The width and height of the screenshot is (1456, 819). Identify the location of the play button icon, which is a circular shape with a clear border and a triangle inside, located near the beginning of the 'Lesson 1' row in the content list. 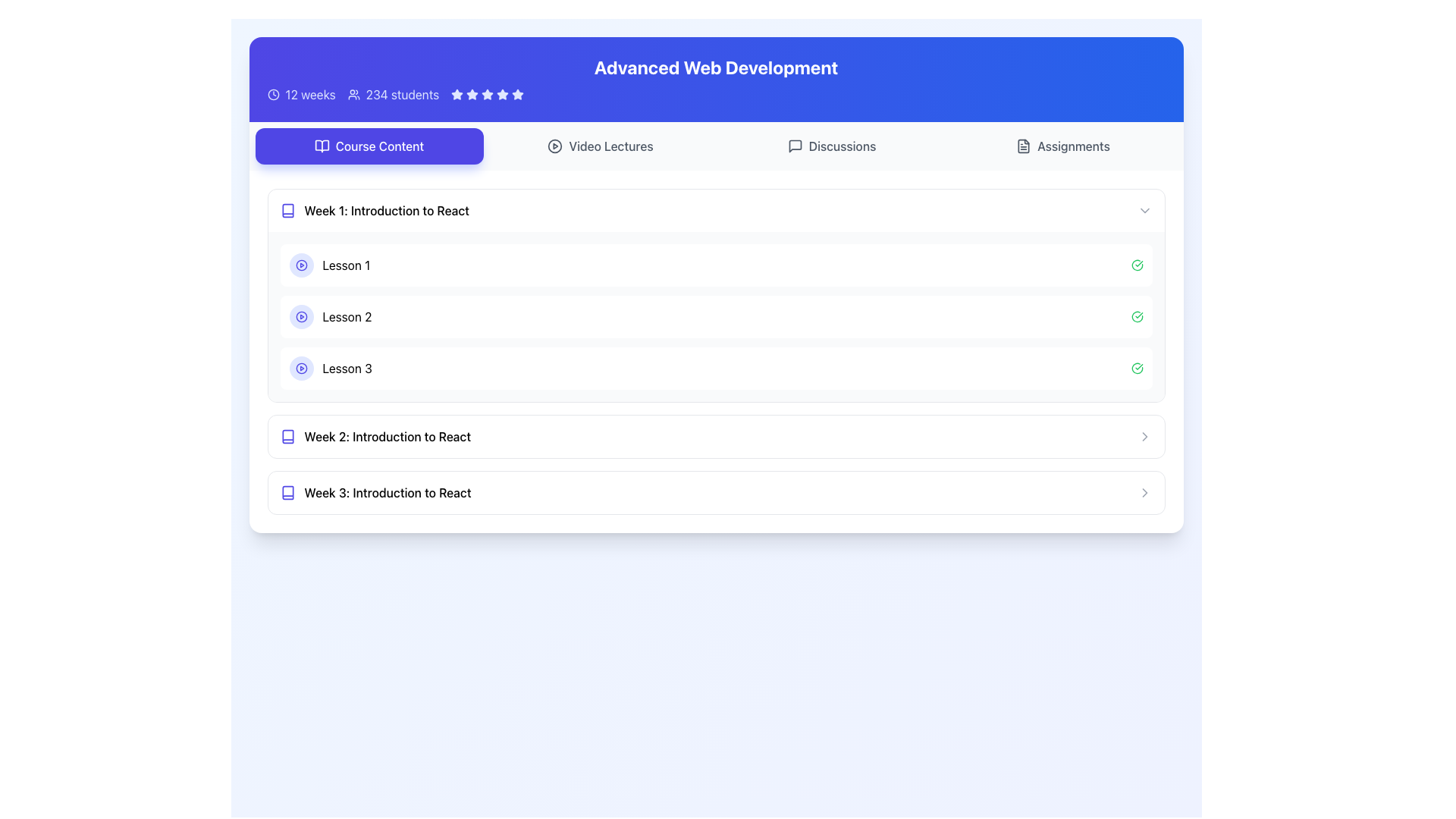
(301, 265).